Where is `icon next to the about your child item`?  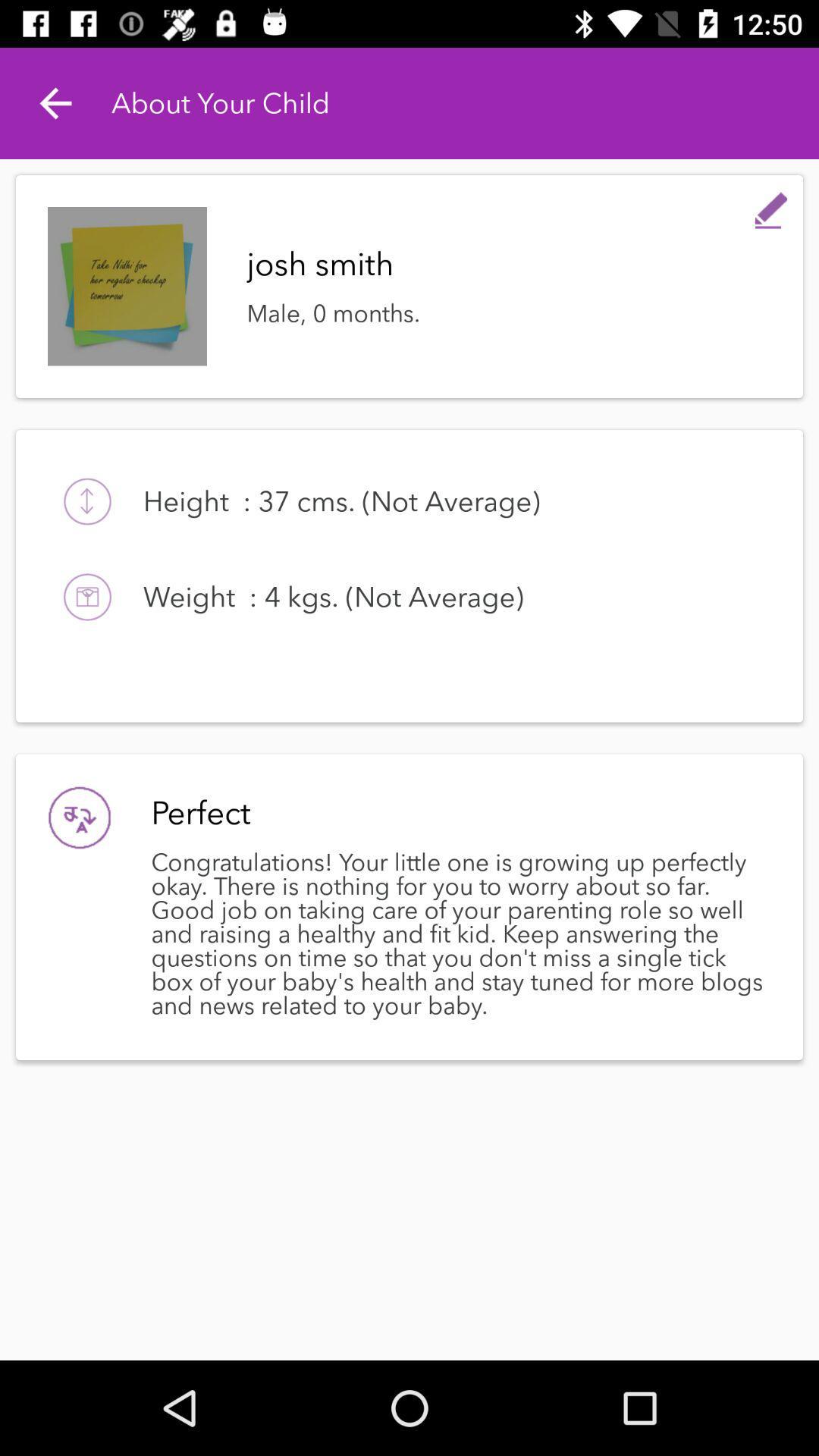 icon next to the about your child item is located at coordinates (55, 102).